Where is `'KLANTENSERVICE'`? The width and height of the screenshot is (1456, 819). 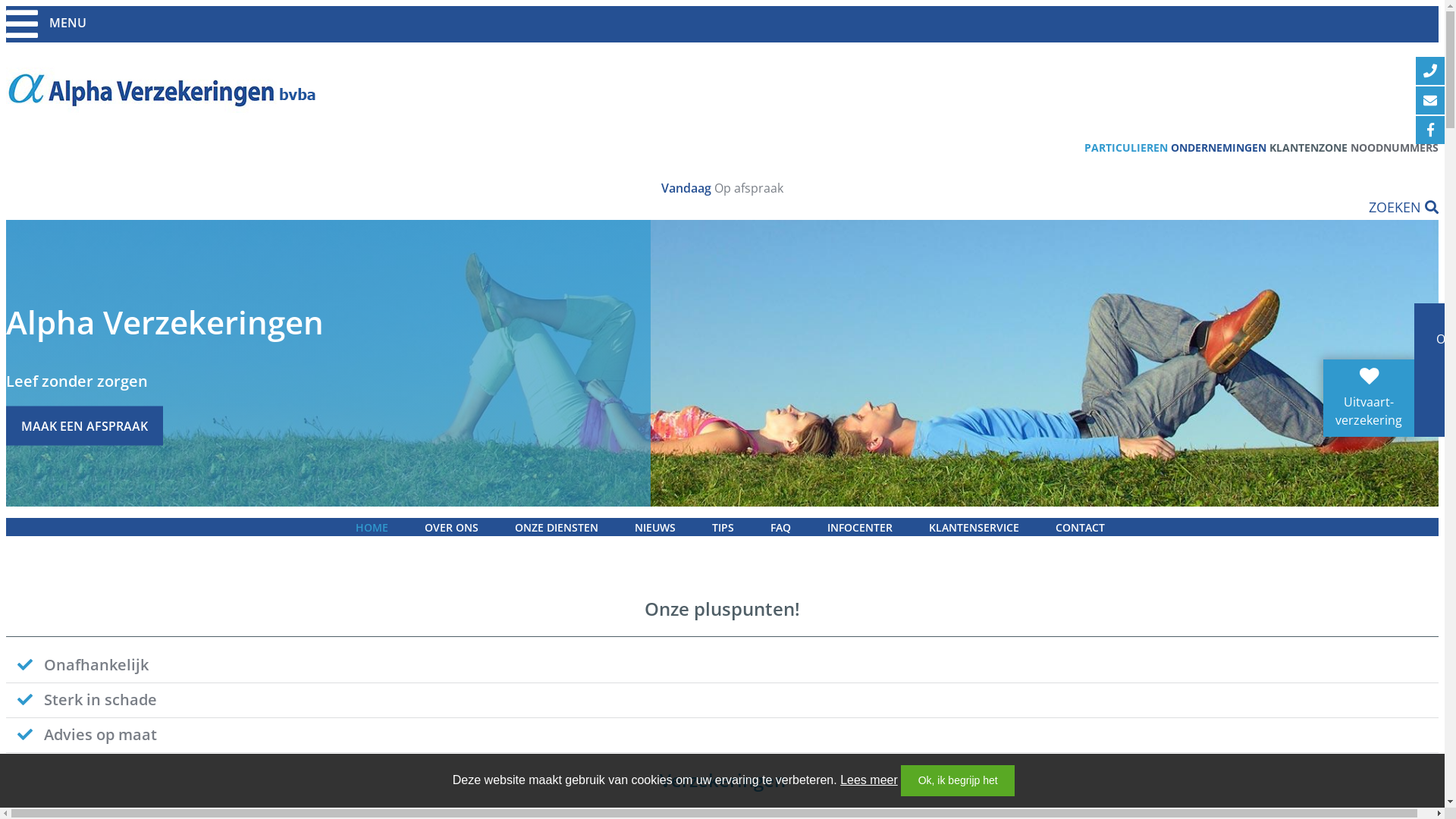
'KLANTENSERVICE' is located at coordinates (910, 526).